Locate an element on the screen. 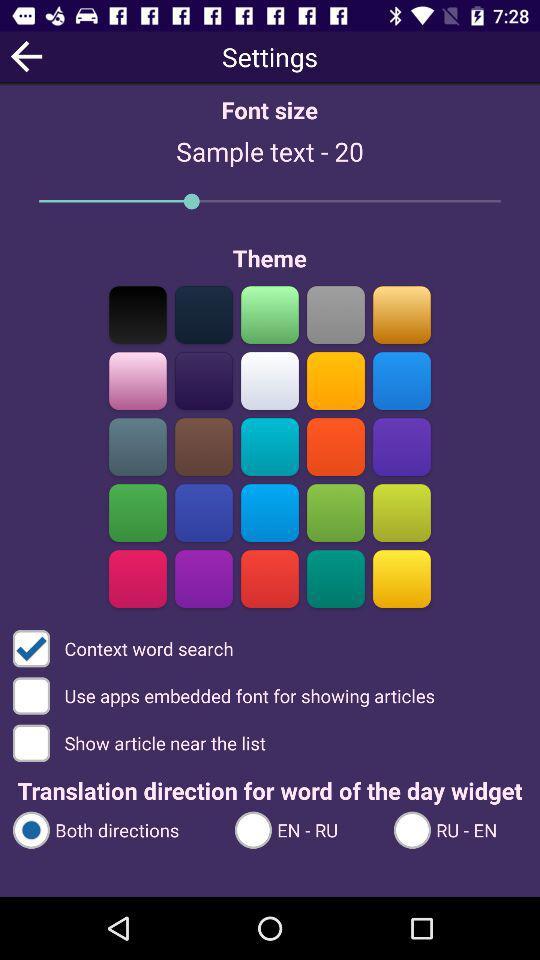 This screenshot has width=540, height=960. back is located at coordinates (25, 55).